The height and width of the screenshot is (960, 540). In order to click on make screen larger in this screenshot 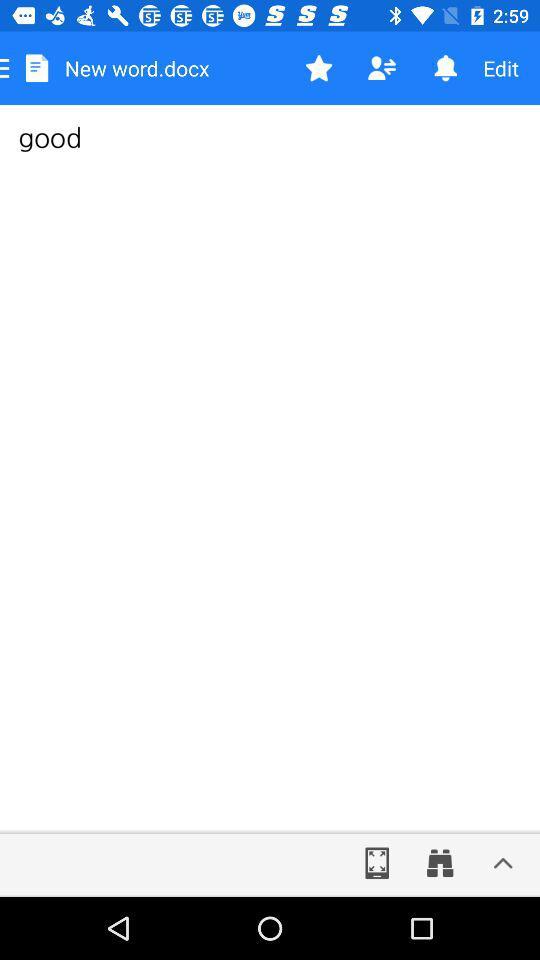, I will do `click(377, 862)`.